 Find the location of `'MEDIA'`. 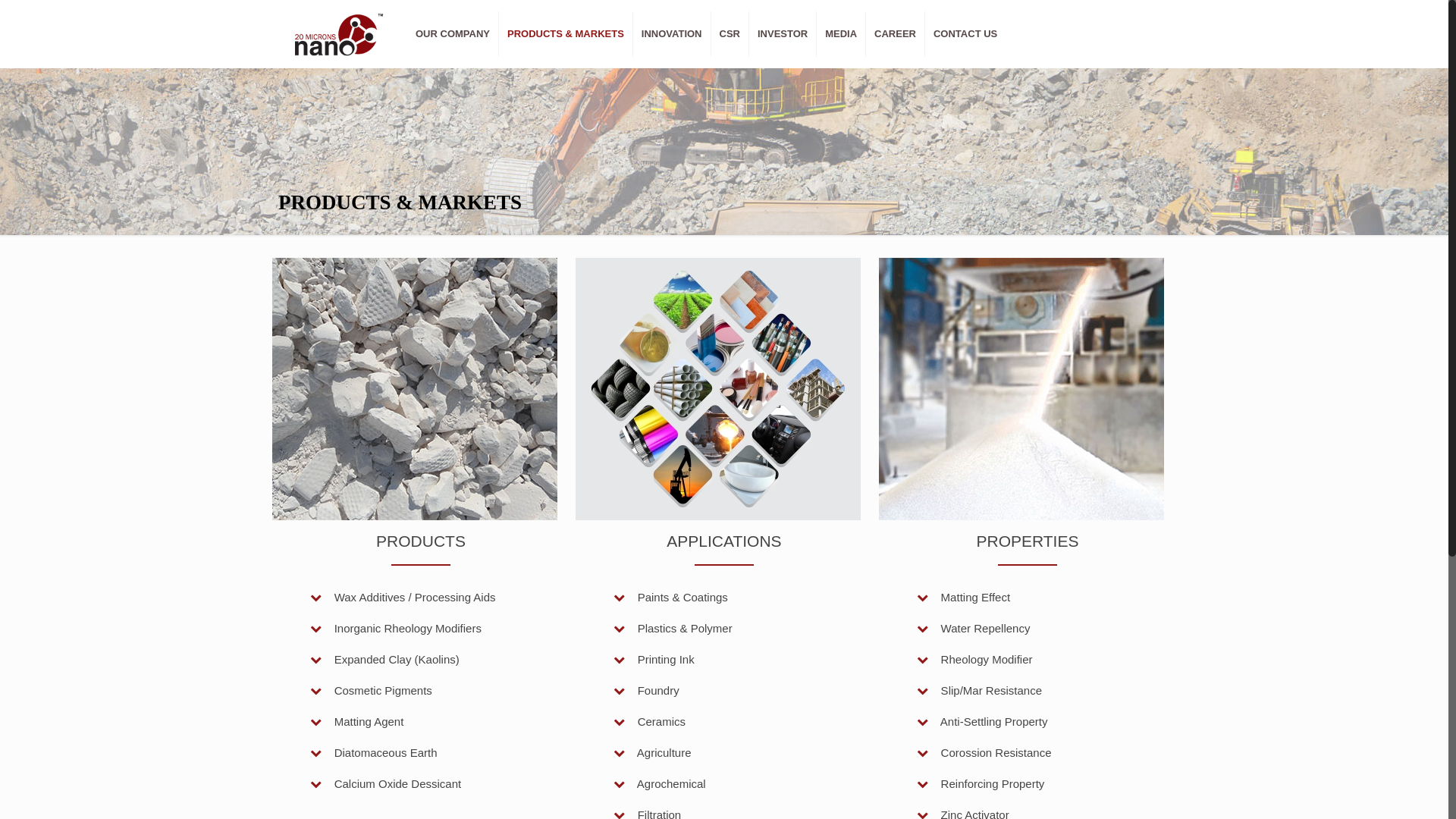

'MEDIA' is located at coordinates (840, 34).